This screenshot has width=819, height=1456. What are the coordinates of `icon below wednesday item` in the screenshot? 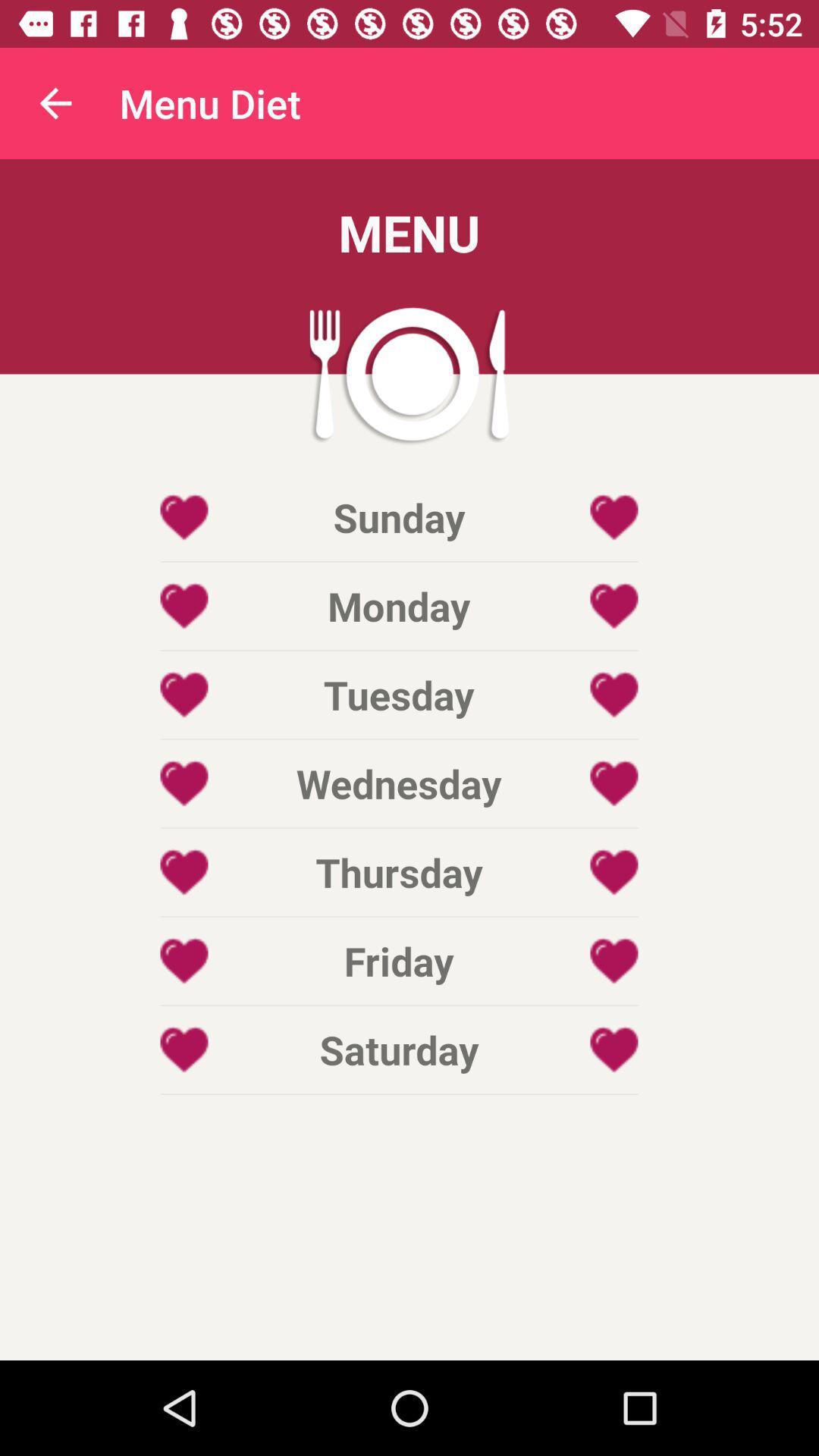 It's located at (398, 872).